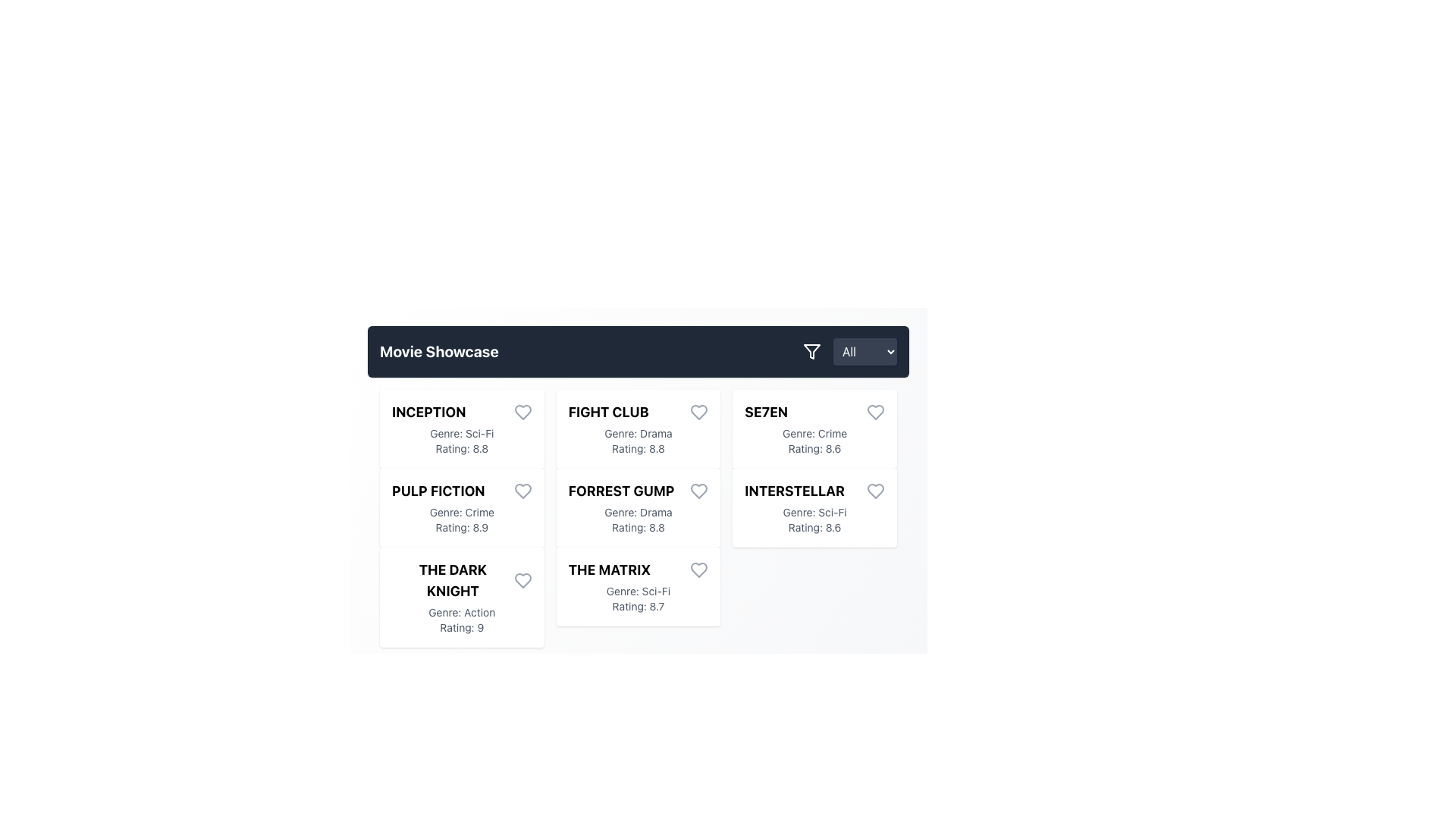  What do you see at coordinates (638, 598) in the screenshot?
I see `the static text display containing 'Genre: Sci-Fi' and 'Rating: 8.7' located in the card for 'The Matrix' in the second row, third column of the layout grid` at bounding box center [638, 598].